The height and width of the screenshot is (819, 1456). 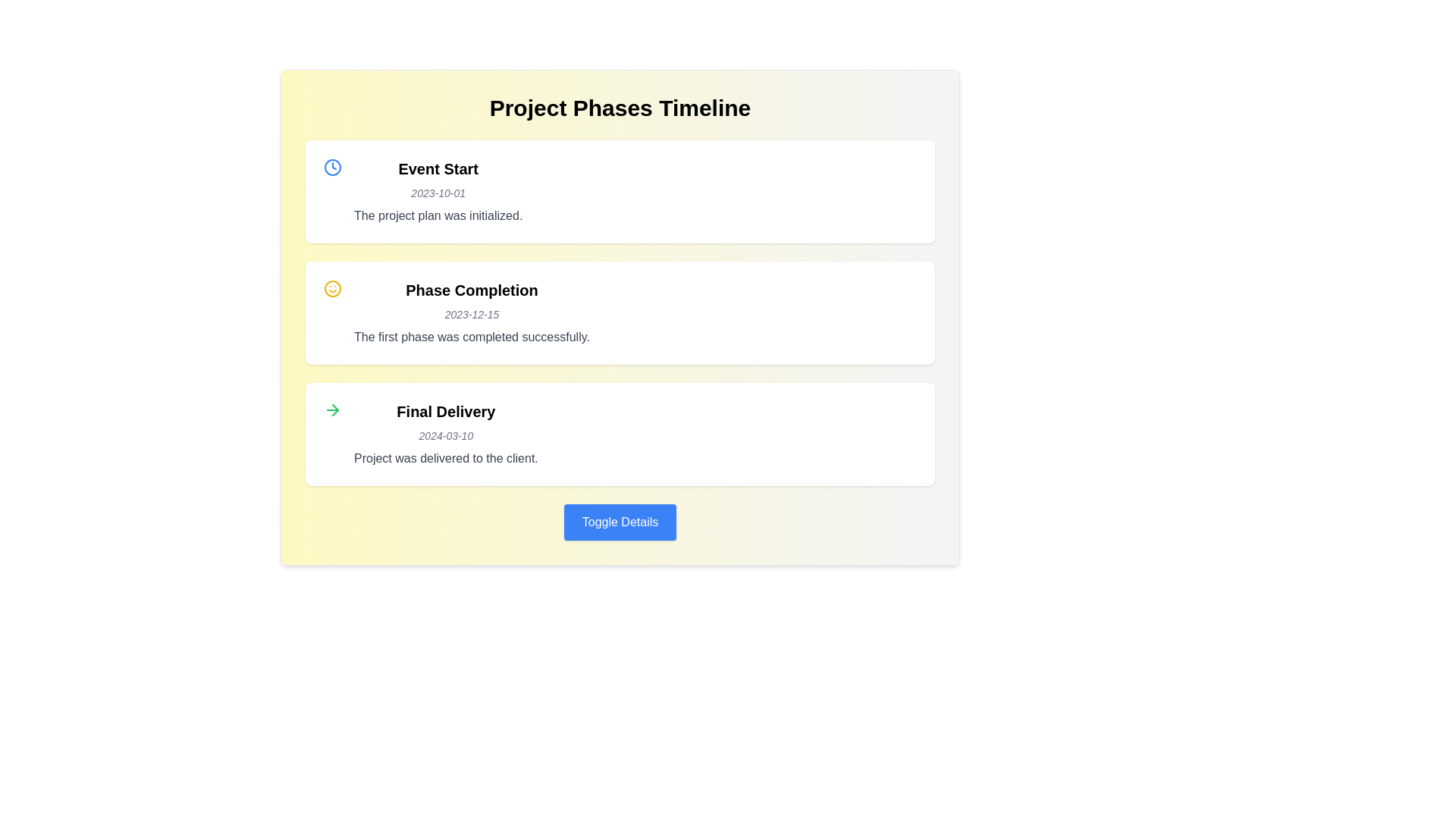 What do you see at coordinates (445, 435) in the screenshot?
I see `the date label '2024-03-10', displayed in a smaller, italic gray font, located in the third timeline event box under 'Final Delivery'` at bounding box center [445, 435].